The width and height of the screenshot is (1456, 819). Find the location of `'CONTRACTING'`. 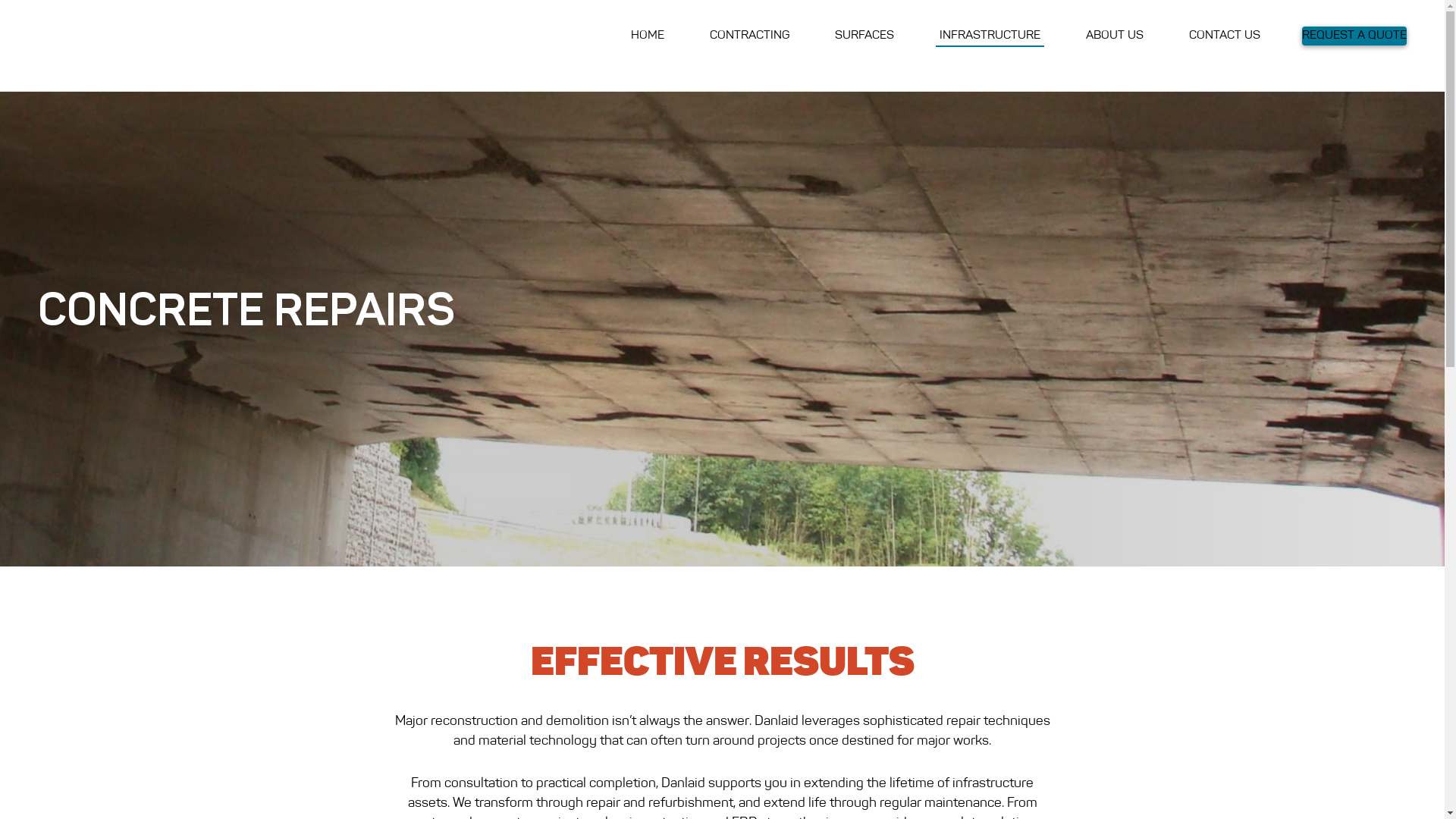

'CONTRACTING' is located at coordinates (749, 35).